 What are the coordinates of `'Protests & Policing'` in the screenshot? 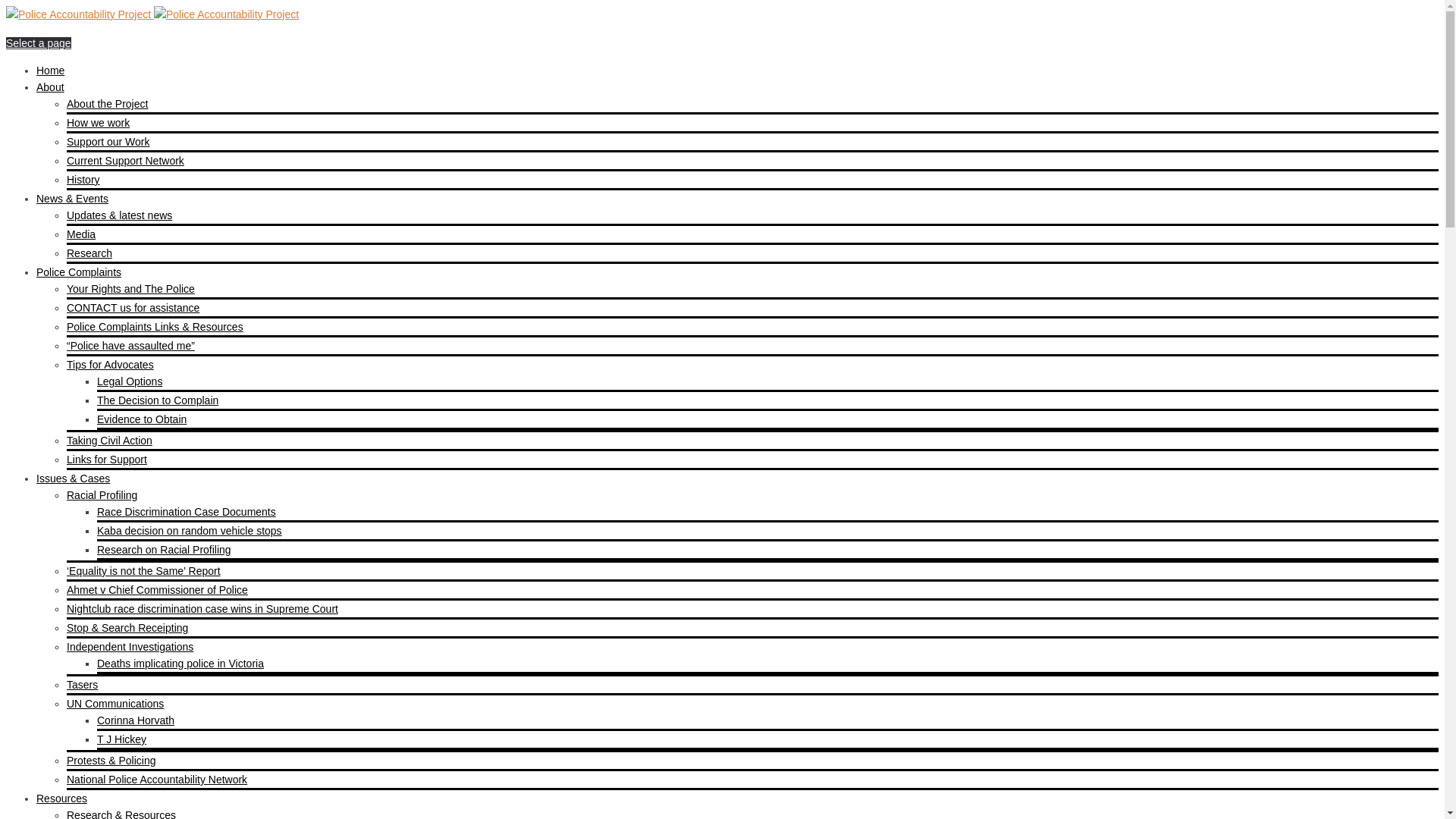 It's located at (111, 760).